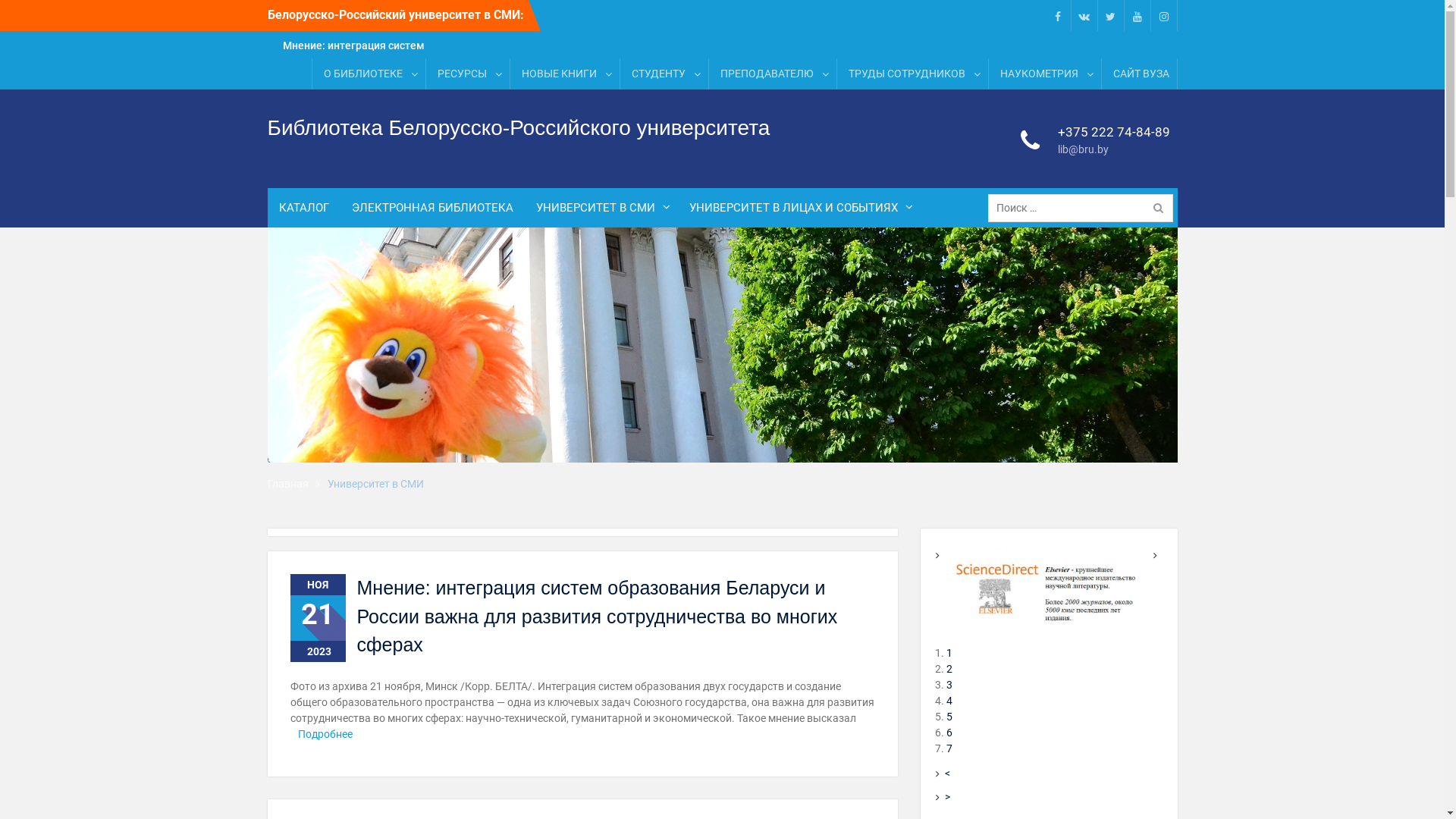  Describe the element at coordinates (944, 795) in the screenshot. I see `'>'` at that location.